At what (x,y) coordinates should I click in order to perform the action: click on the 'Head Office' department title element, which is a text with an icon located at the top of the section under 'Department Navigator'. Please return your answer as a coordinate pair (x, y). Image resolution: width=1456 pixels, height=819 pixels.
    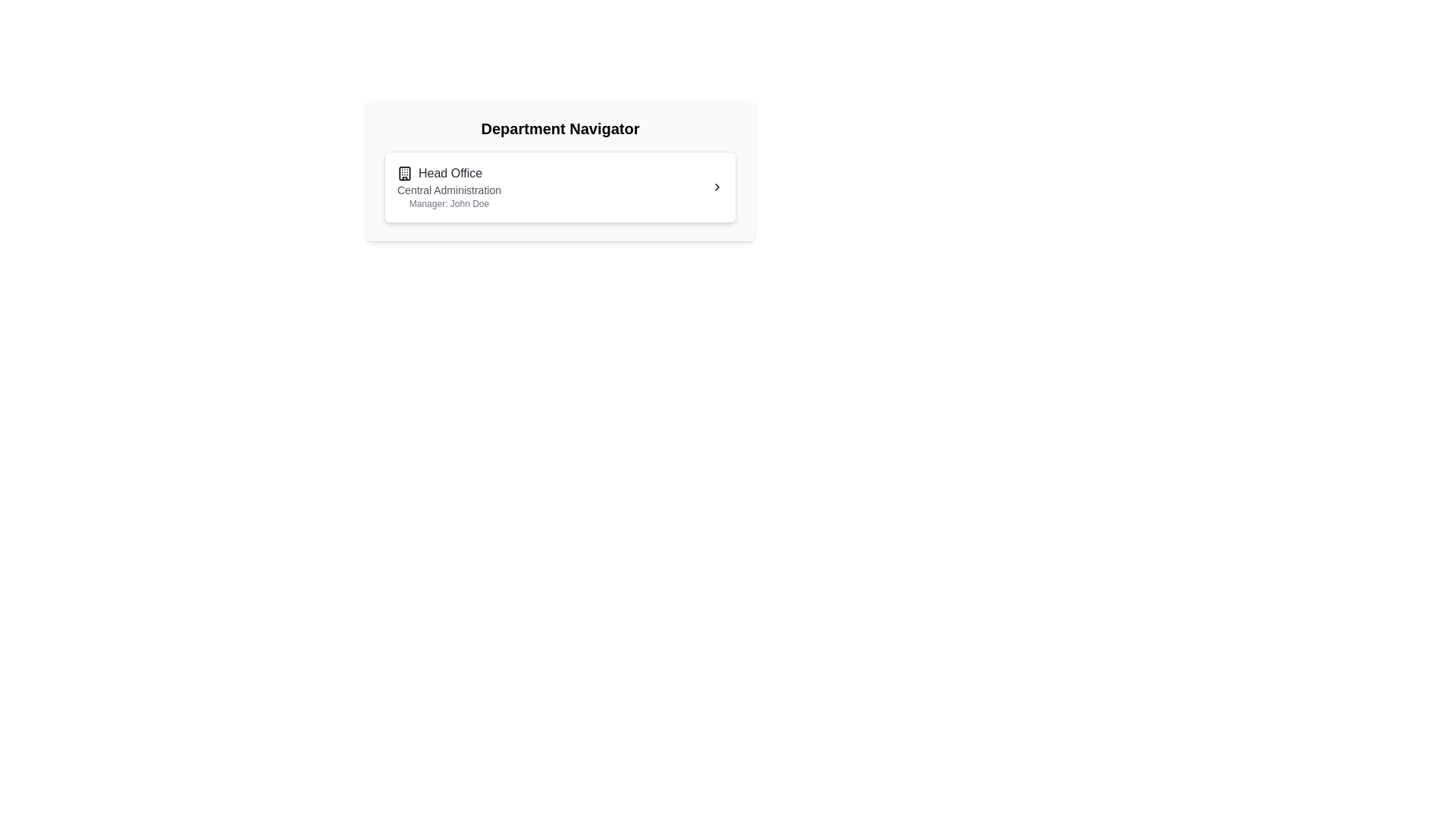
    Looking at the image, I should click on (447, 172).